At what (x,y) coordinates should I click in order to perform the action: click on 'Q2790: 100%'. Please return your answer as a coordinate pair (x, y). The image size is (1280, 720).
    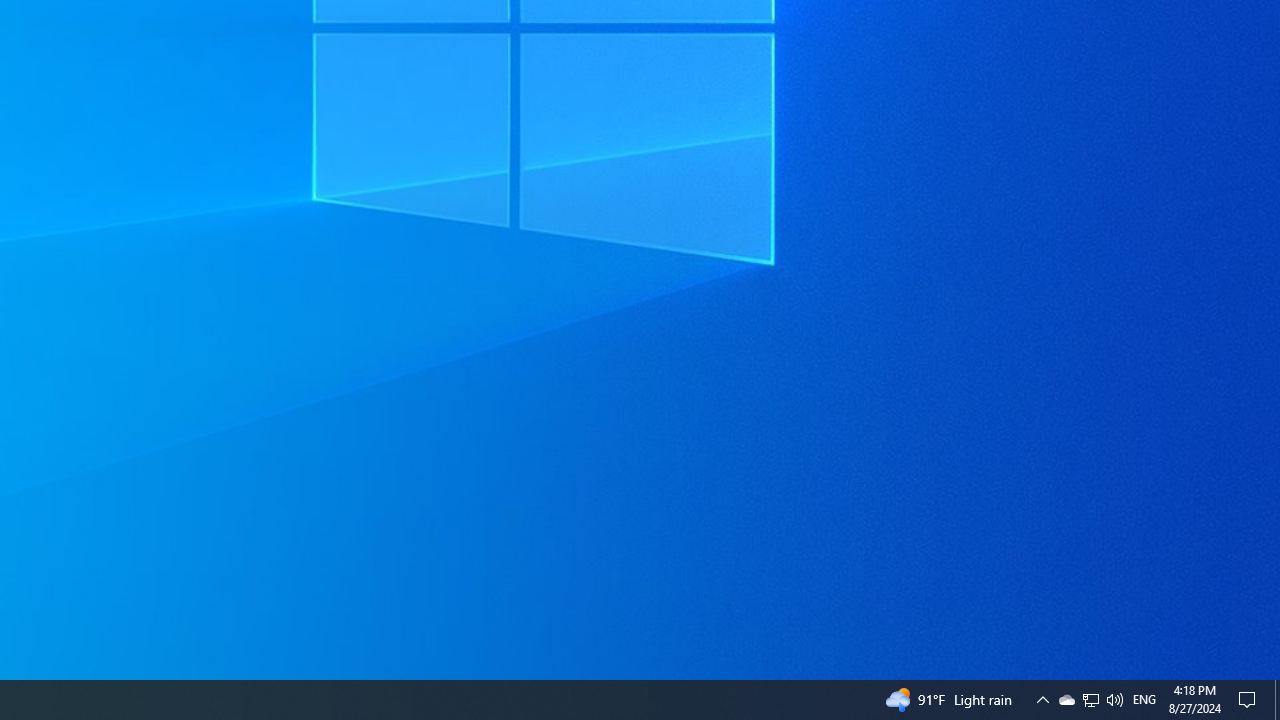
    Looking at the image, I should click on (1065, 698).